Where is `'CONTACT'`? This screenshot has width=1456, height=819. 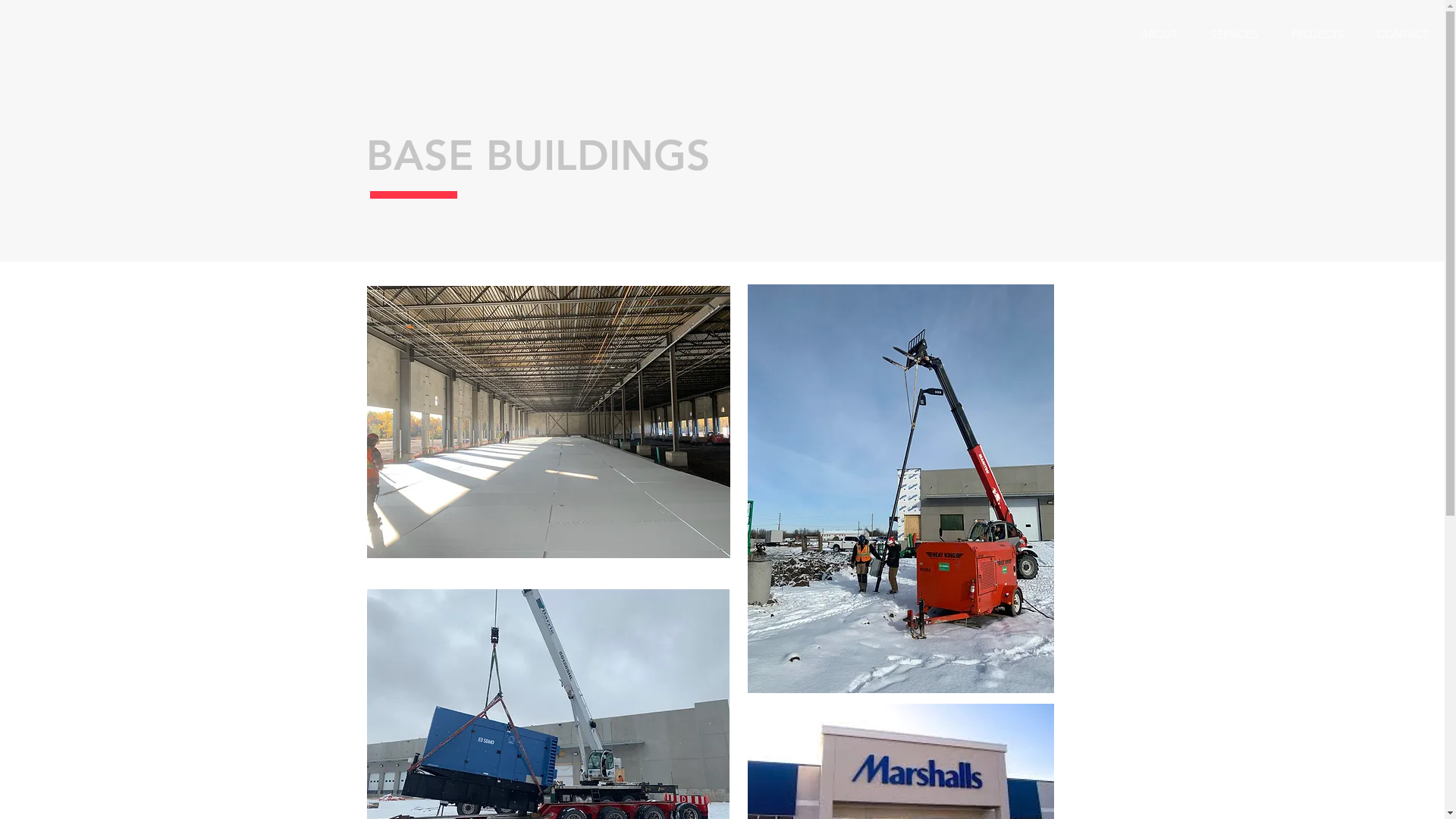 'CONTACT' is located at coordinates (1401, 34).